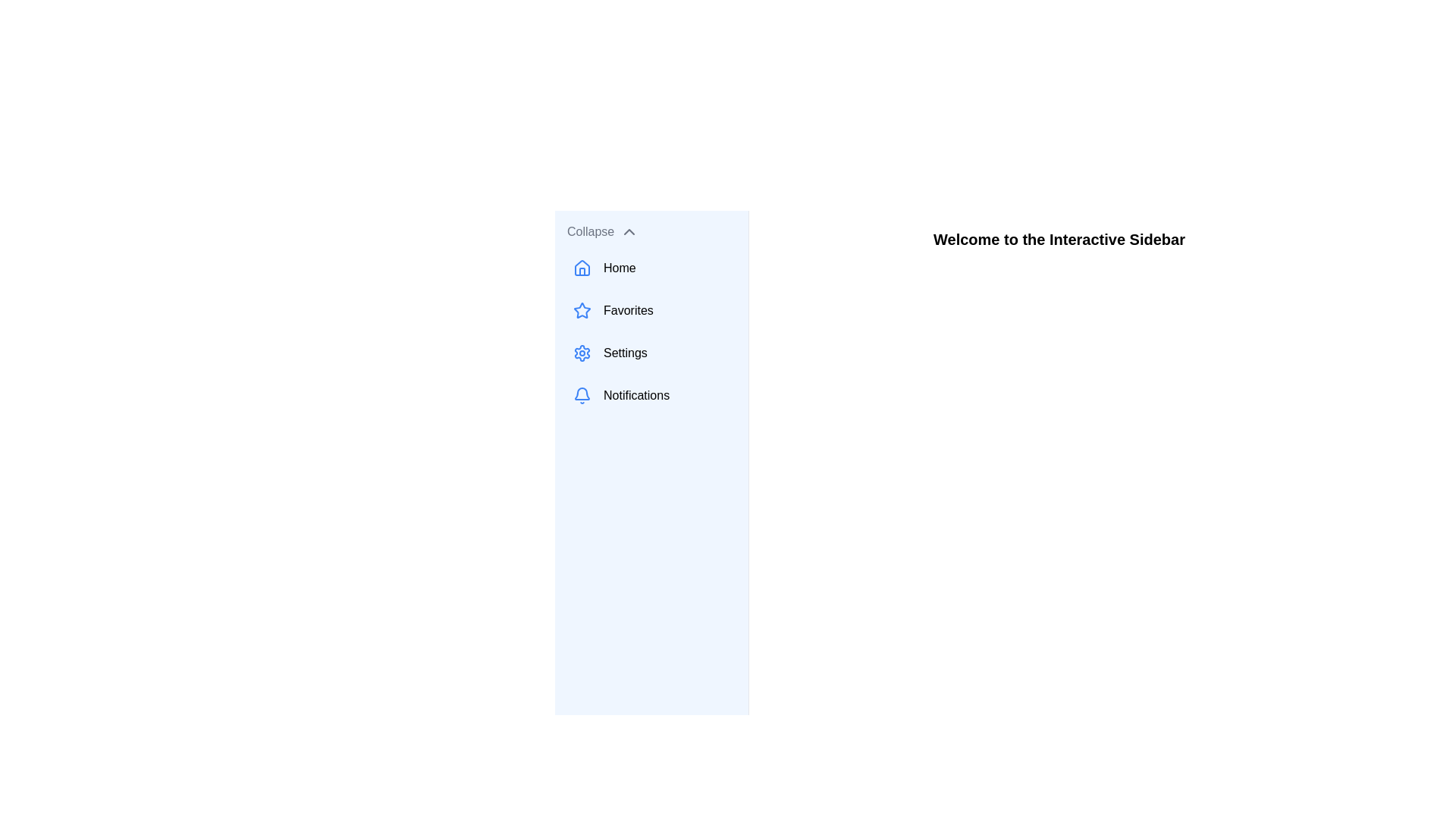  I want to click on the 'Favorites' button, which is the second item in the vertical sidebar menu and features a blue star icon followed by the text 'Favorites', so click(651, 309).